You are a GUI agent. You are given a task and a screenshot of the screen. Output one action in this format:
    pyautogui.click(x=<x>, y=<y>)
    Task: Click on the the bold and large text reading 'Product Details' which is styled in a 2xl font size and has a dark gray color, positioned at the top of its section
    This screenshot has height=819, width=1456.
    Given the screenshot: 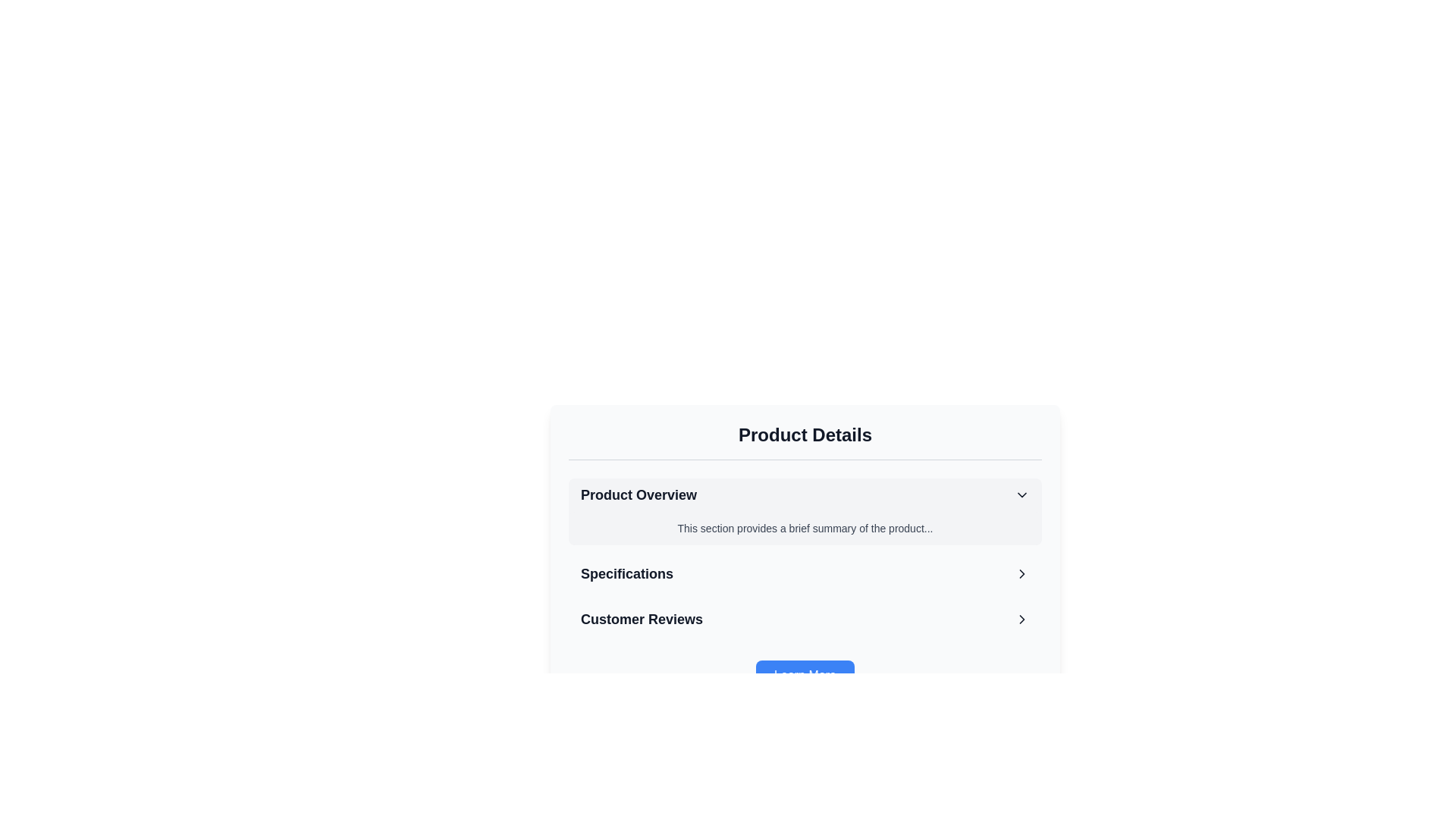 What is the action you would take?
    pyautogui.click(x=804, y=435)
    